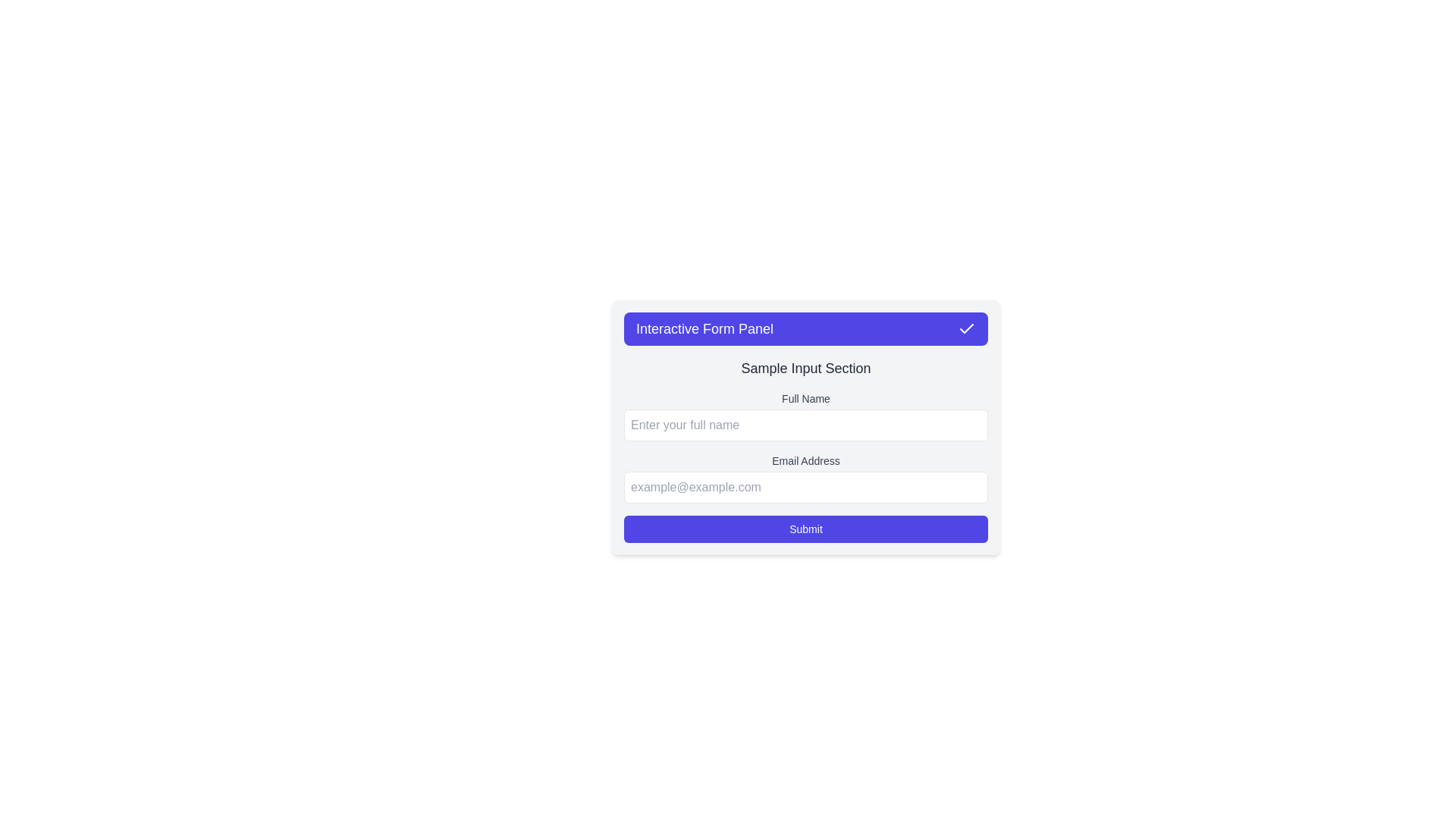 The width and height of the screenshot is (1456, 819). What do you see at coordinates (805, 529) in the screenshot?
I see `the submission button located at the bottom of the 'Sample Input Section' form` at bounding box center [805, 529].